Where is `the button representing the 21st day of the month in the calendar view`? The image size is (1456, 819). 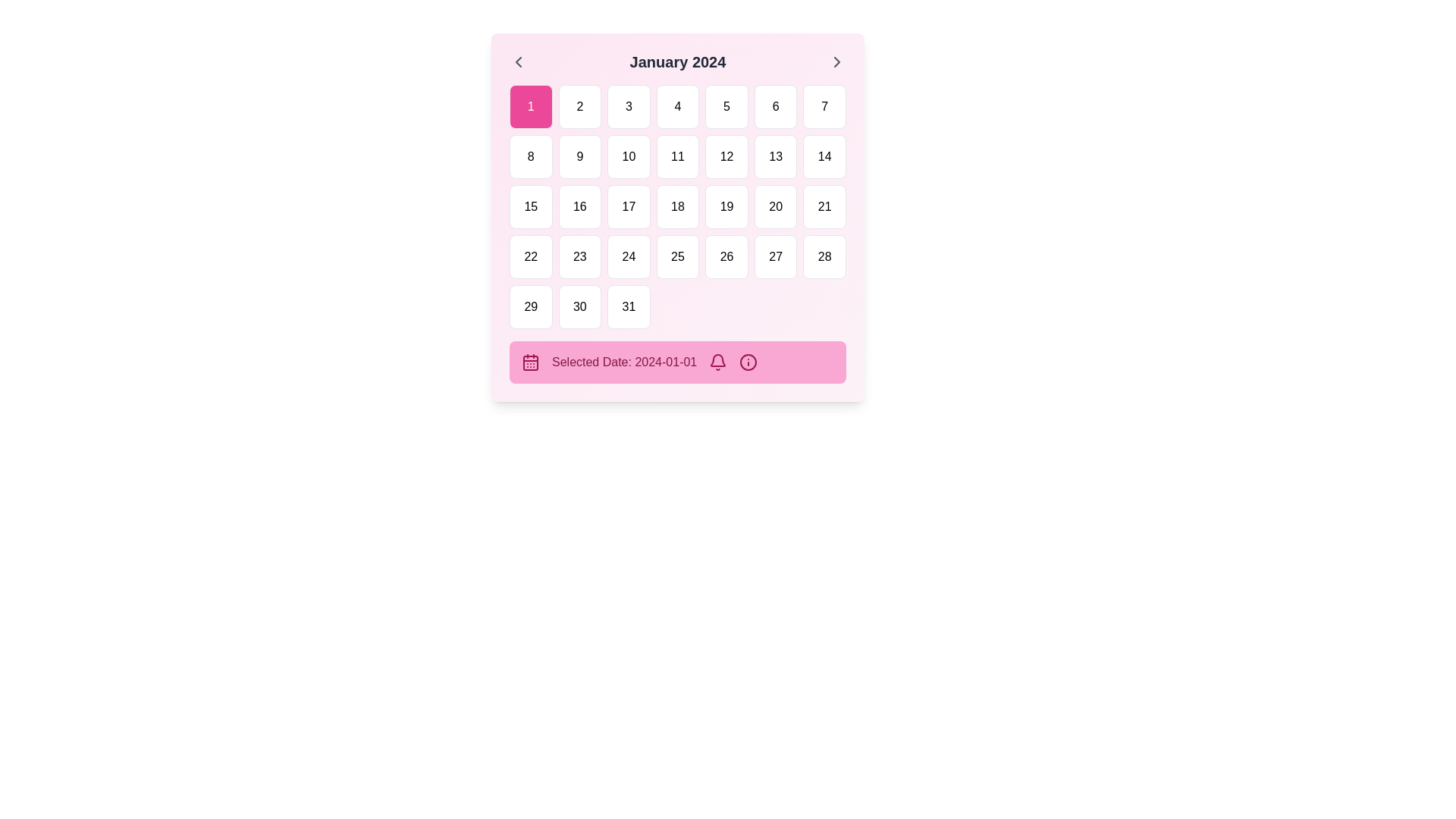 the button representing the 21st day of the month in the calendar view is located at coordinates (824, 207).